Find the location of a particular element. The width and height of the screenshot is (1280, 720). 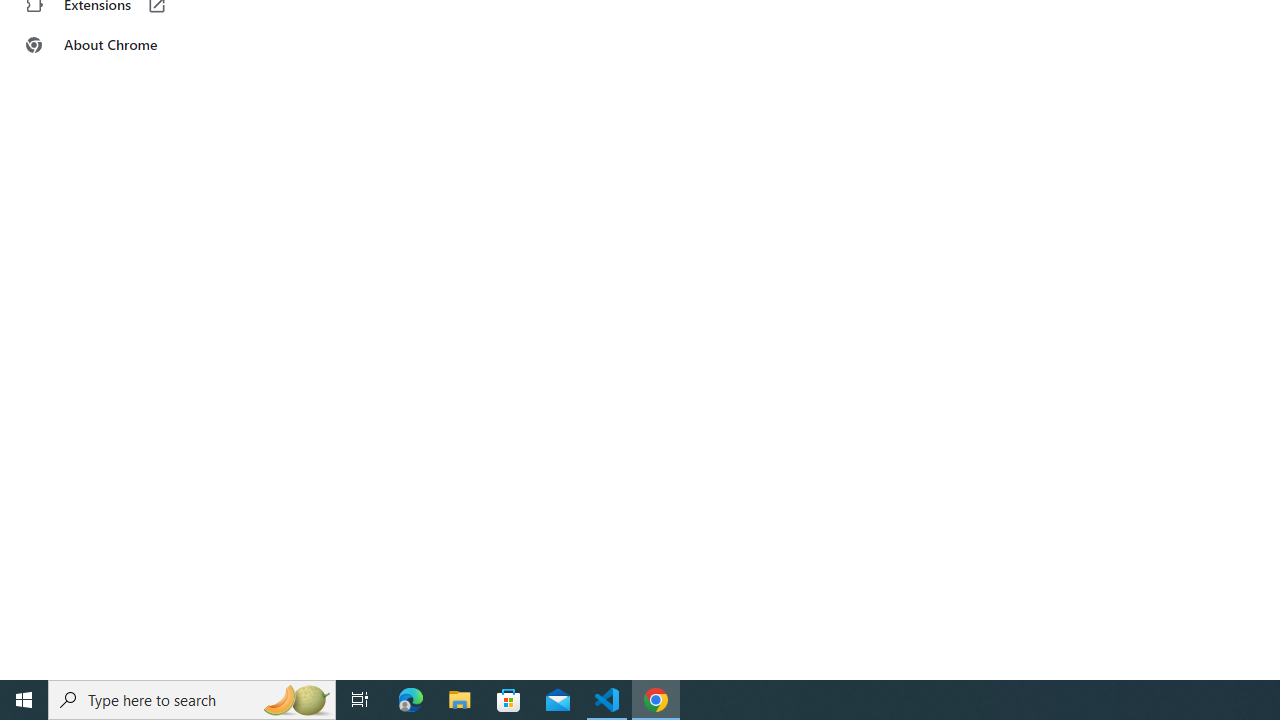

'Type here to search' is located at coordinates (192, 698).